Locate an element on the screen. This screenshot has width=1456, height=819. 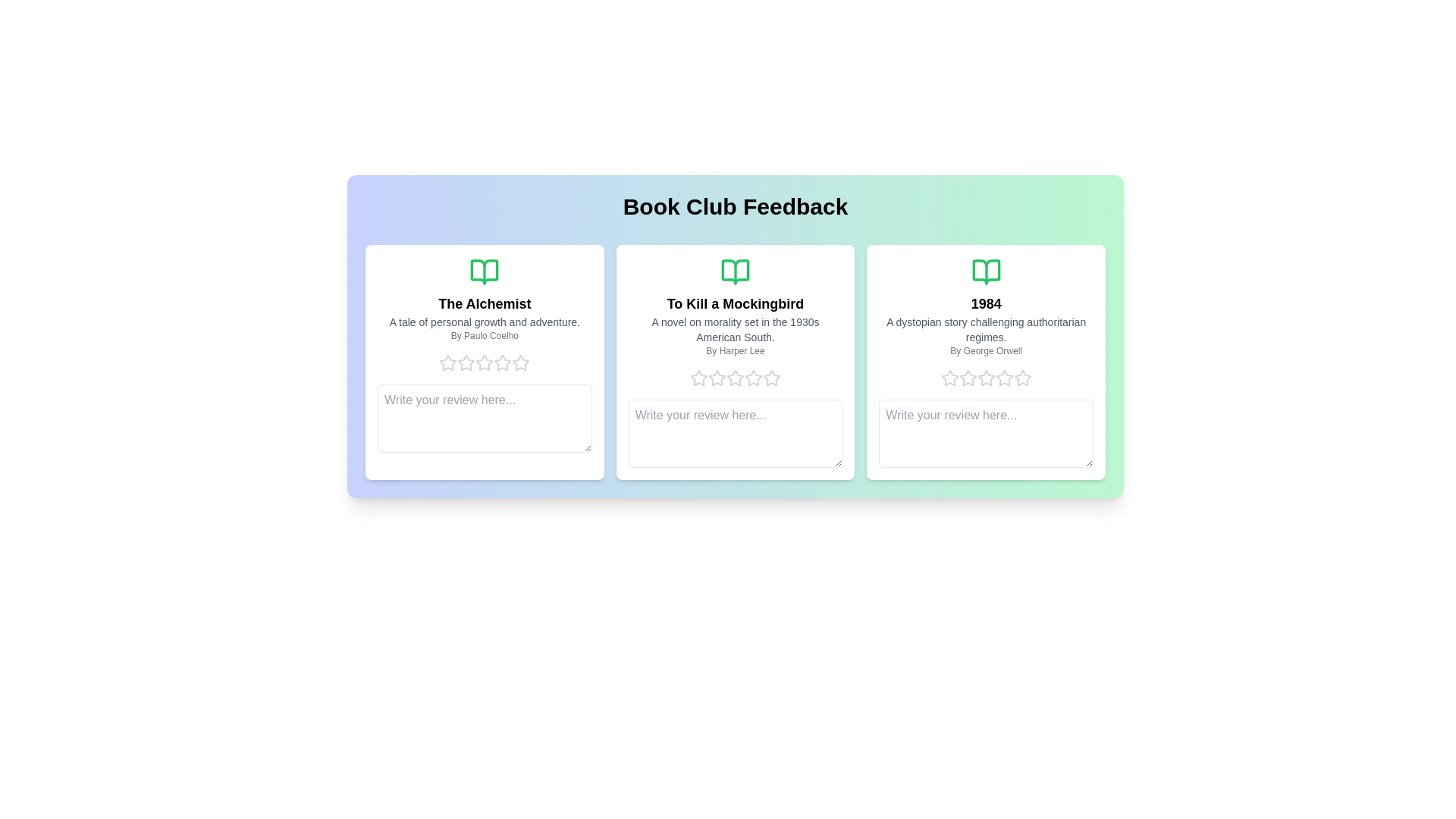
the fifth light gray star-shaped rating icon in the rating section below 'The Alchemist' title is located at coordinates (503, 362).